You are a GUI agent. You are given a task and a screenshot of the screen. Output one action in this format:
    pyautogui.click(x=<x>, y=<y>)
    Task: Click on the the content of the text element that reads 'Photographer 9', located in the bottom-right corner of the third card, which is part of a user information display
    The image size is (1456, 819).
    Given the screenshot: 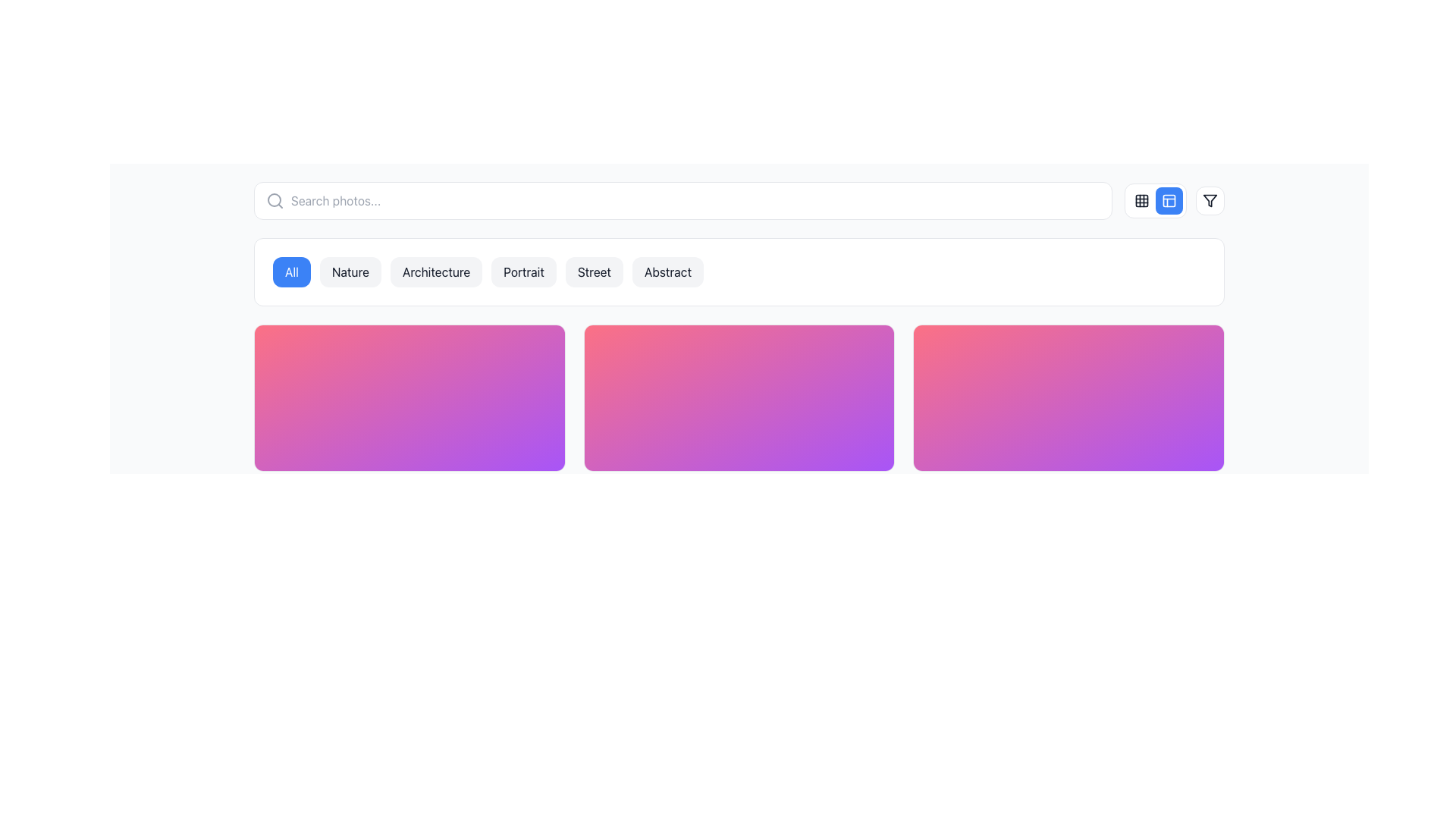 What is the action you would take?
    pyautogui.click(x=996, y=446)
    